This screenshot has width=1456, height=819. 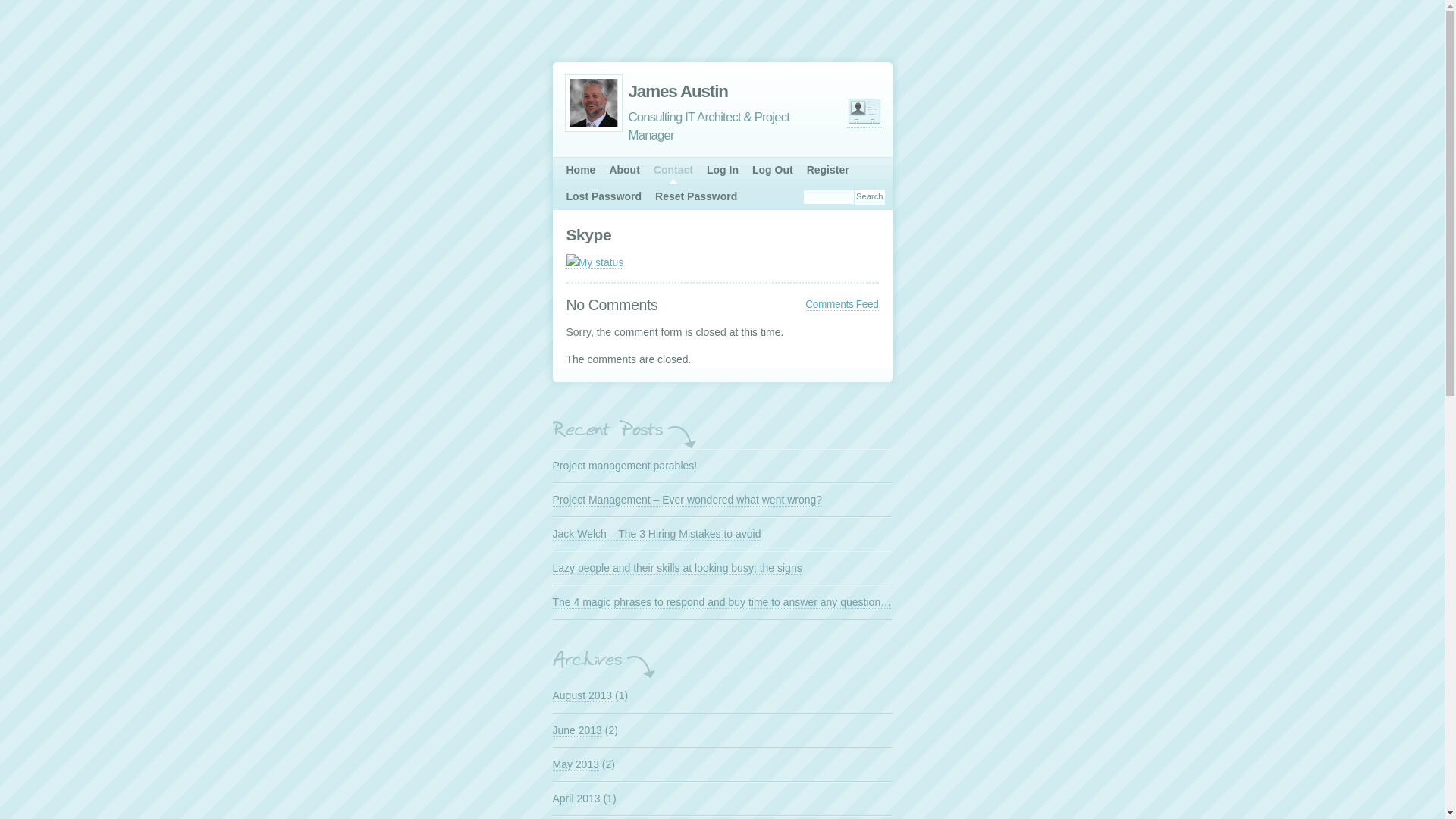 What do you see at coordinates (624, 465) in the screenshot?
I see `'Project management parables!'` at bounding box center [624, 465].